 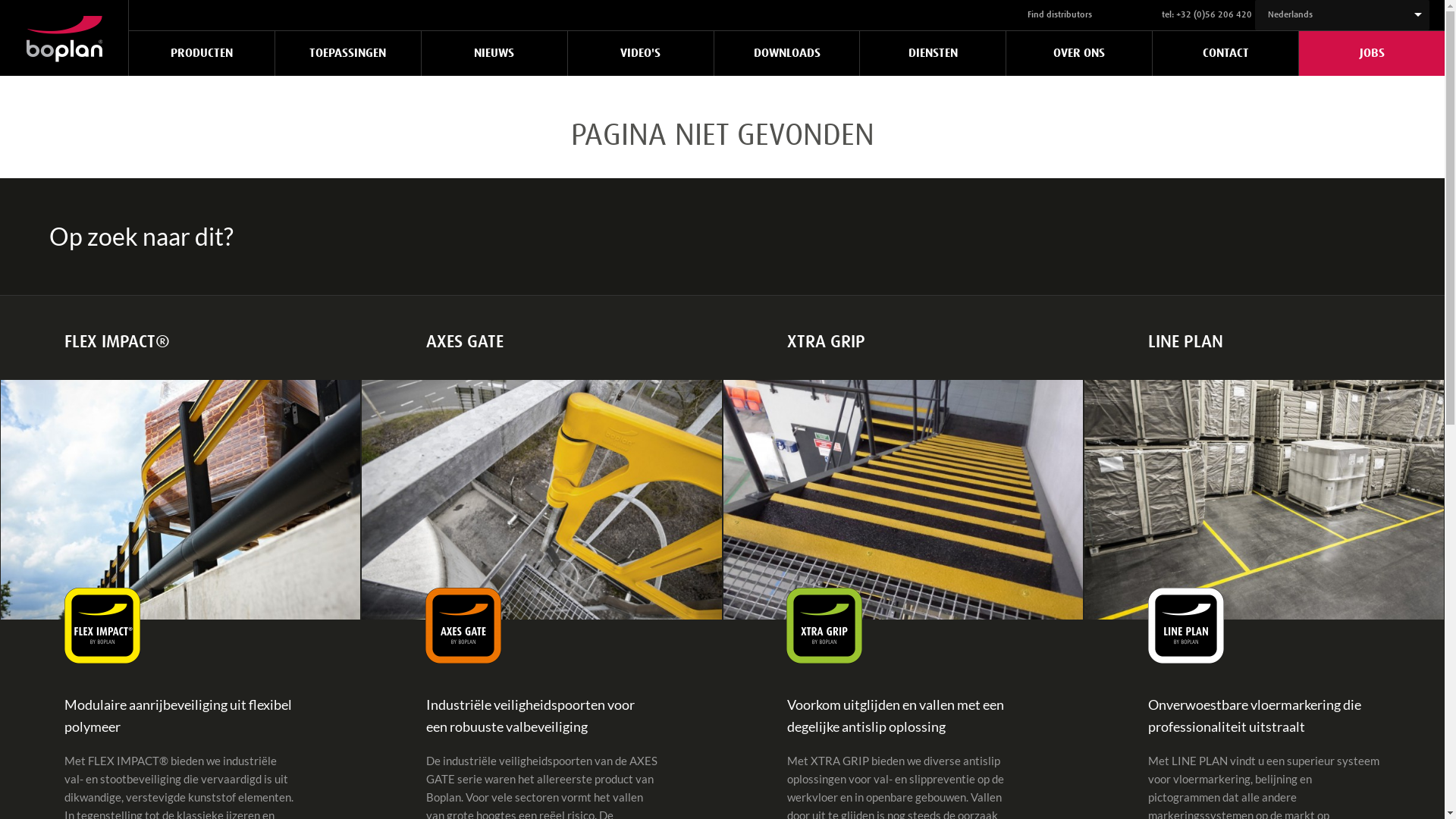 I want to click on 'Xtra Grip logo by Boplan', so click(x=823, y=626).